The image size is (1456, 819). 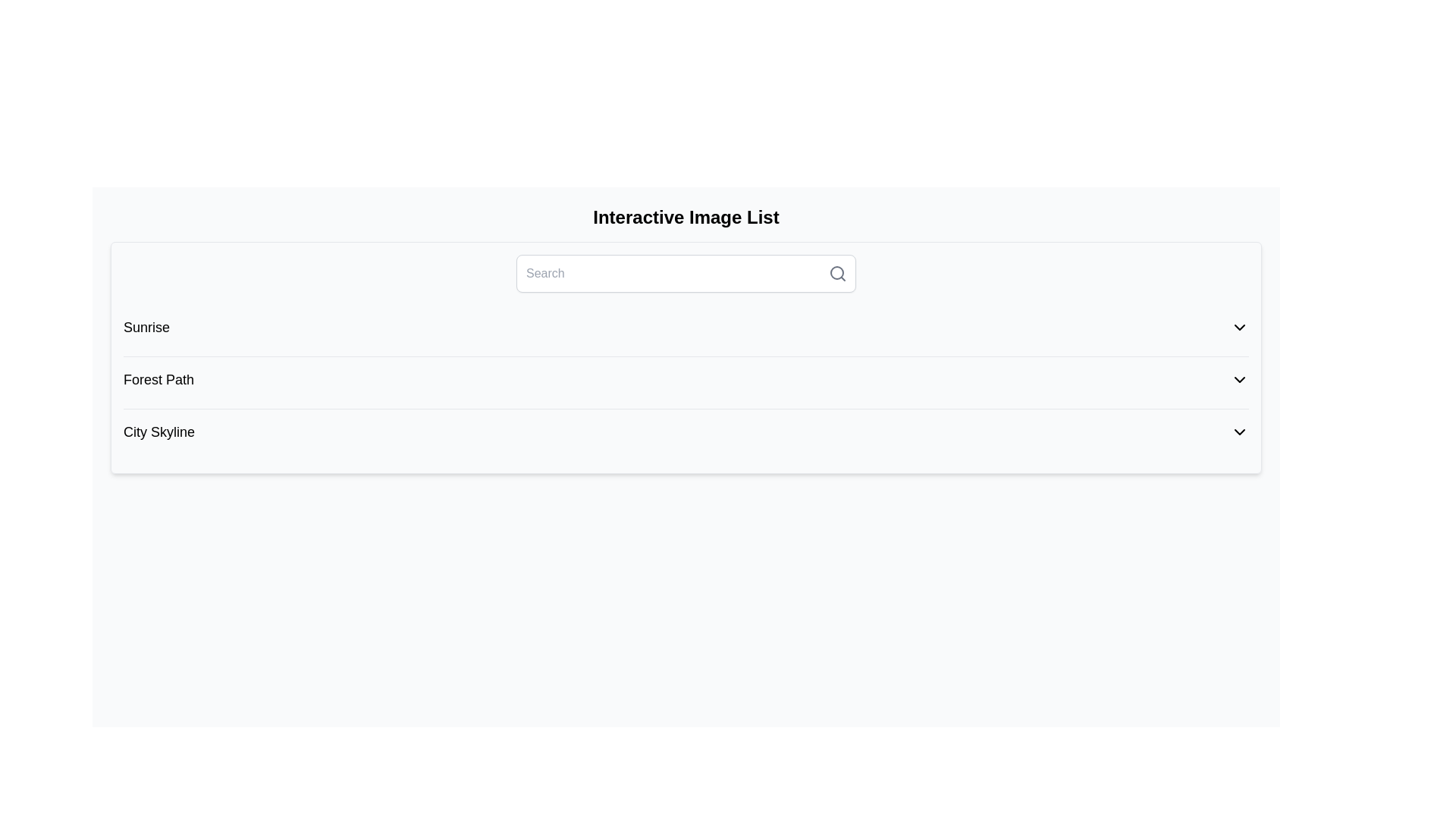 I want to click on the expandable list item button located at the bottom of the list, which is horizontally centered and represents the 'City Skyline' entry, so click(x=686, y=432).